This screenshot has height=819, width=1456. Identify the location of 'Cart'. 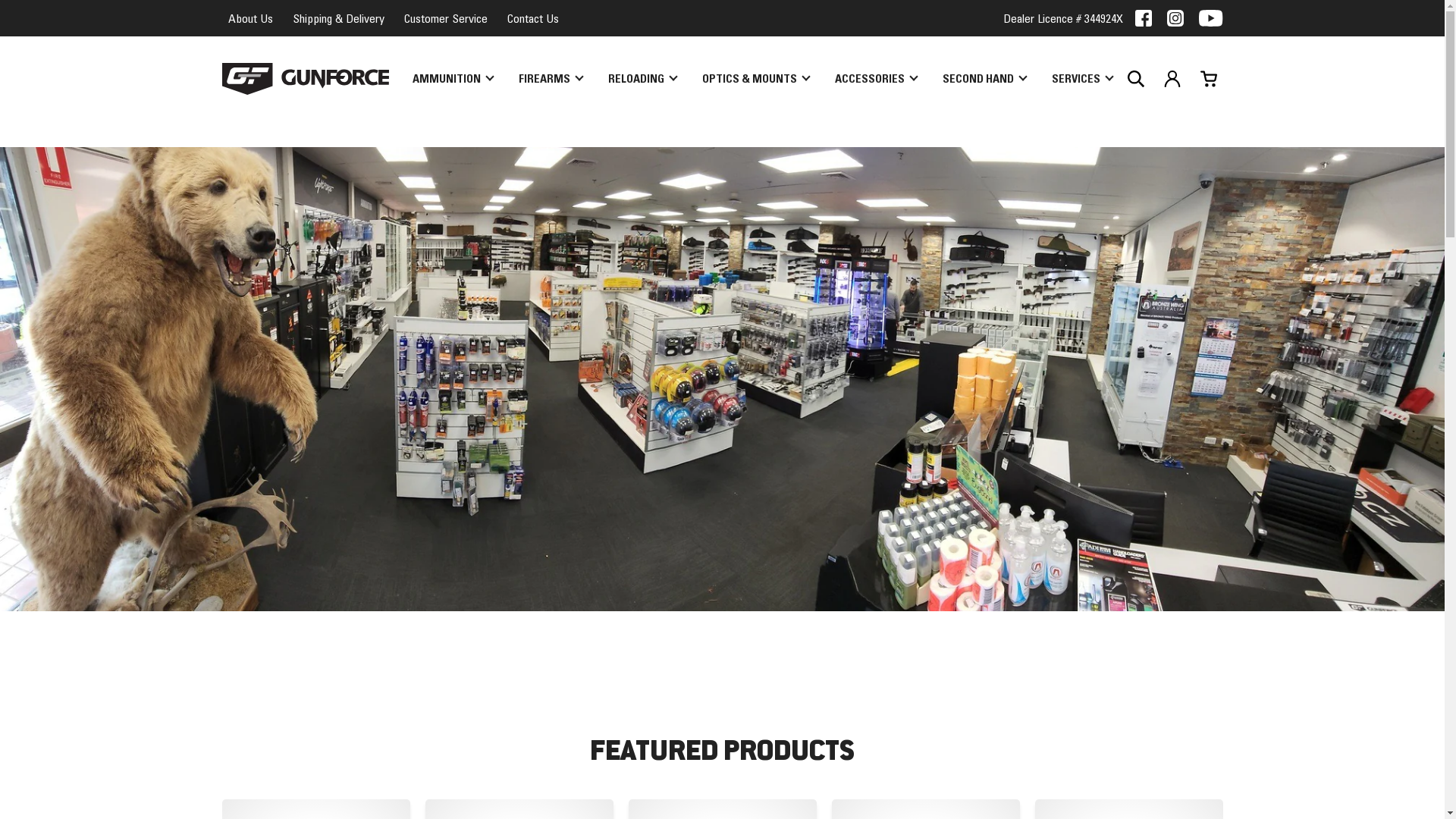
(1193, 79).